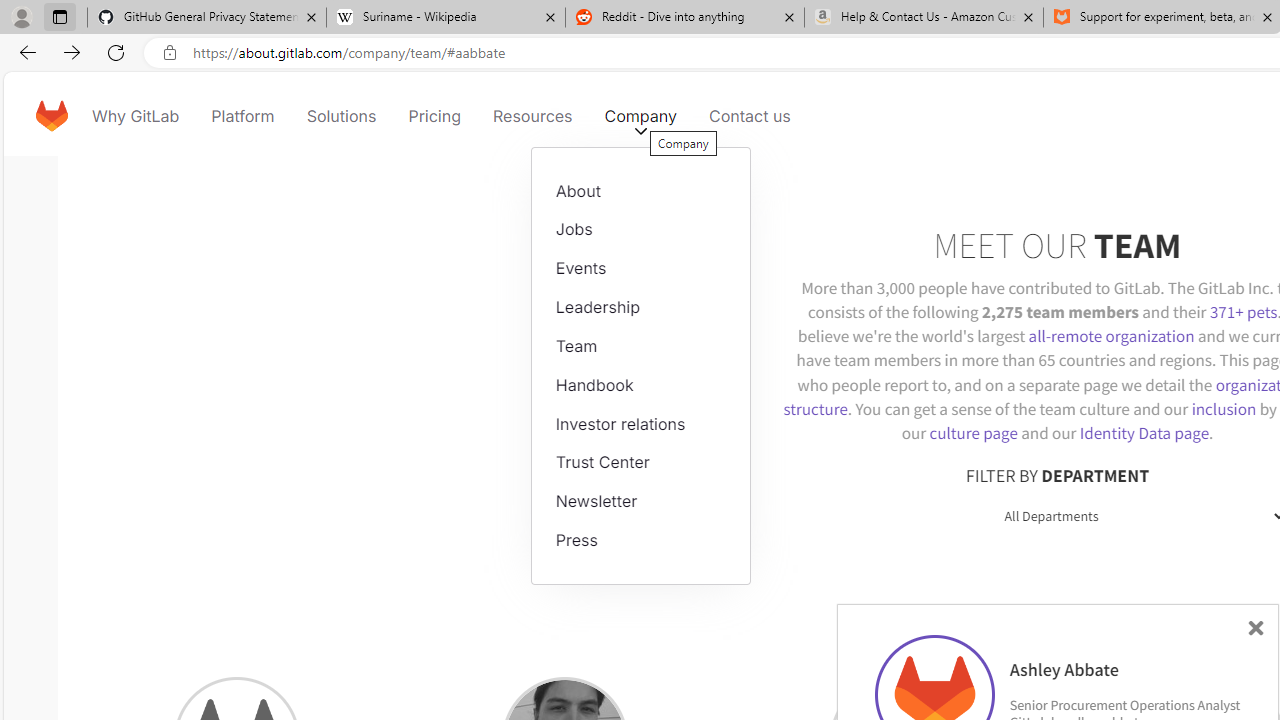 Image resolution: width=1280 pixels, height=720 pixels. Describe the element at coordinates (532, 115) in the screenshot. I see `'Resources'` at that location.